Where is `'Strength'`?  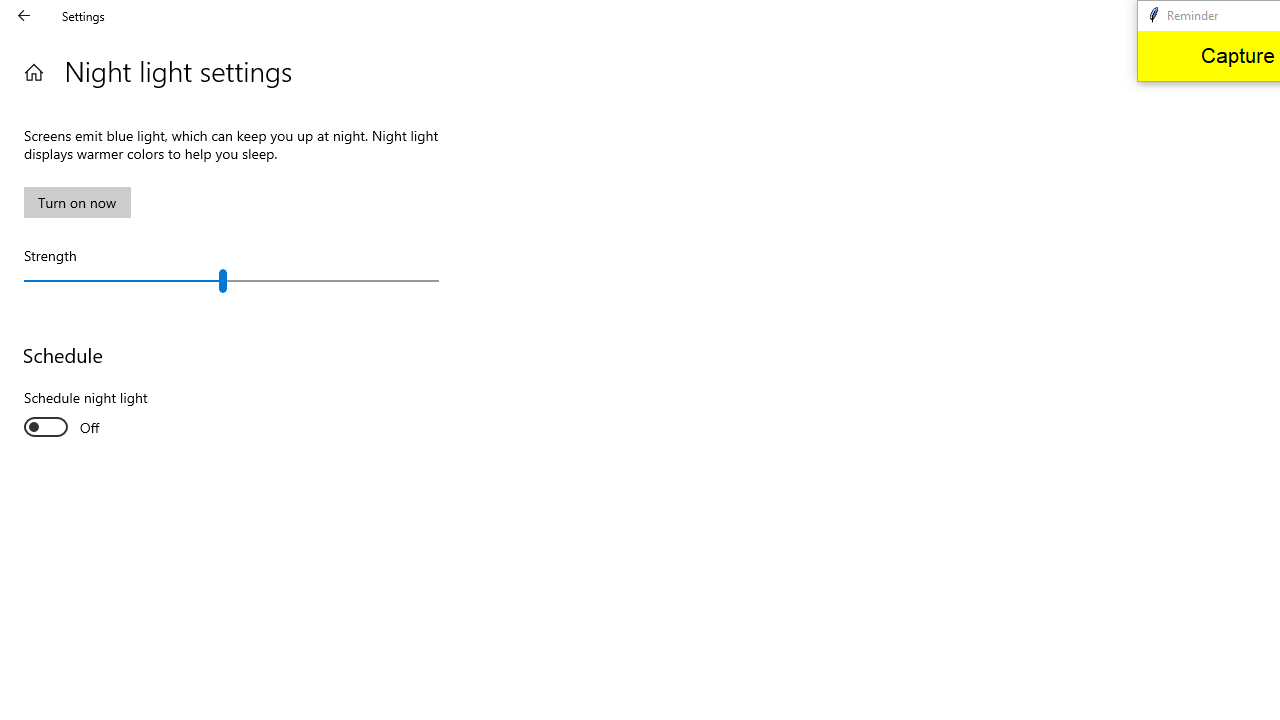
'Strength' is located at coordinates (231, 280).